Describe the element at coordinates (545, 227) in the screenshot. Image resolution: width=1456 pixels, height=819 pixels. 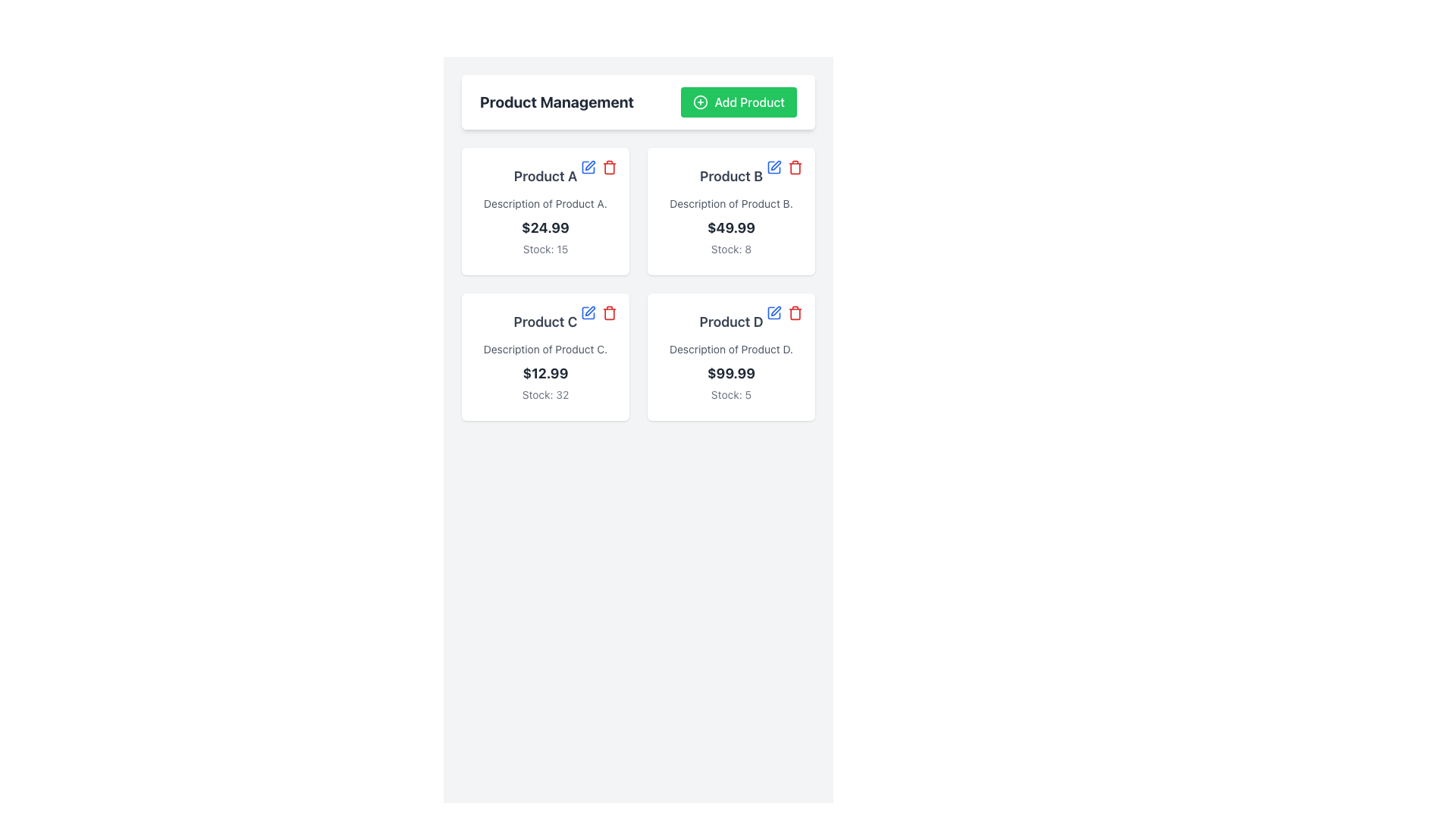
I see `price information displayed in the text label for 'Product A', which shows the cost of the item as '$24.99'` at that location.